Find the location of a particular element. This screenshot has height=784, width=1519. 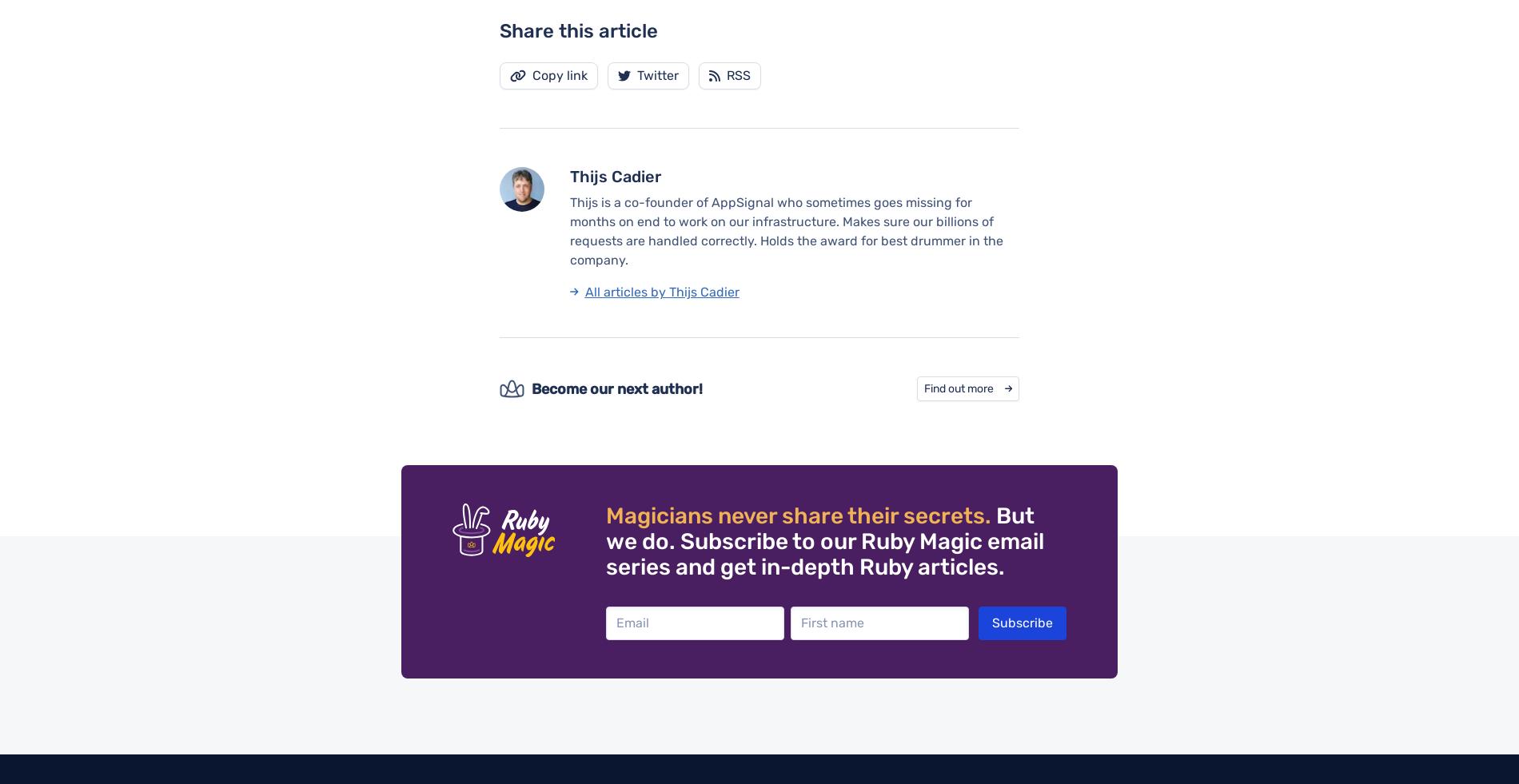

'Copy link' is located at coordinates (560, 74).